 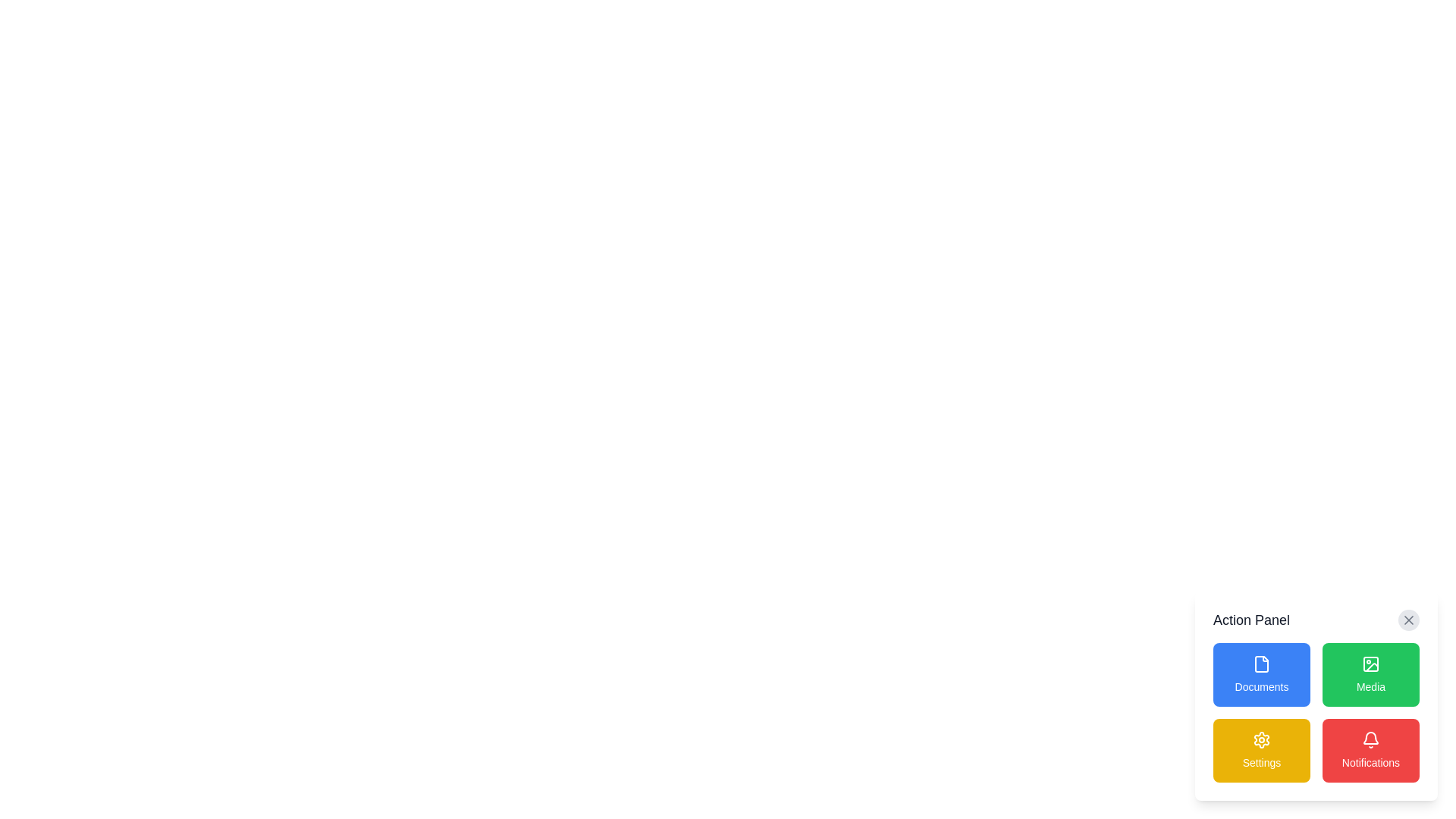 I want to click on the text label indicating the purpose of the media button located in the upper-right section of the action panel, so click(x=1371, y=687).